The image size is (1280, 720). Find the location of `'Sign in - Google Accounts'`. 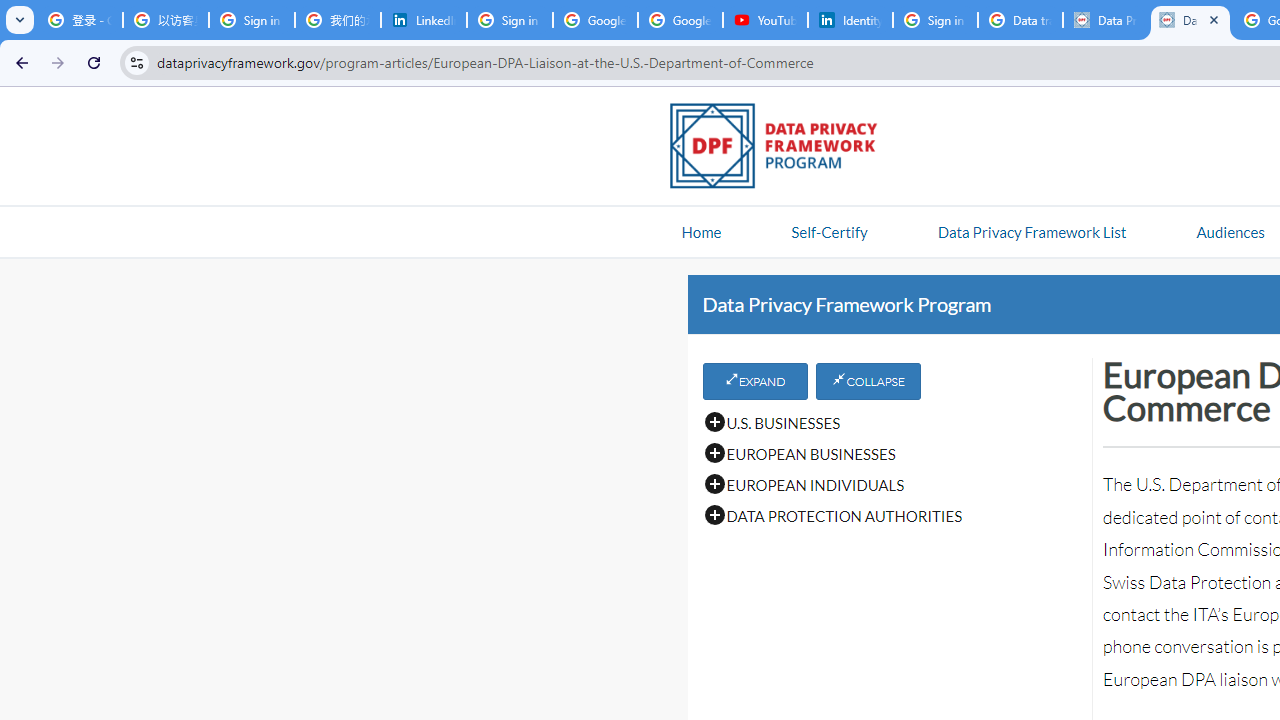

'Sign in - Google Accounts' is located at coordinates (934, 20).